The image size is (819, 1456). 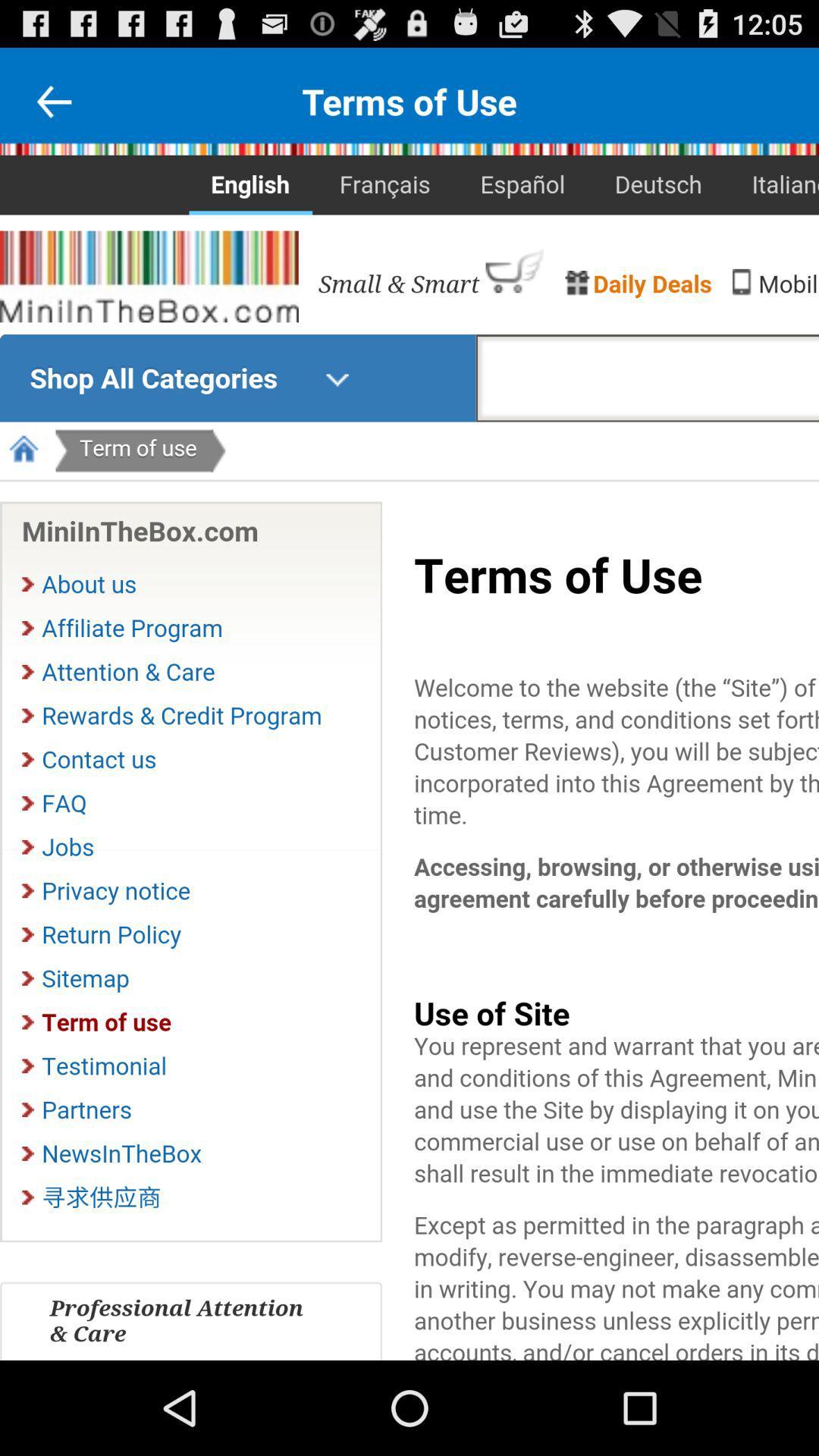 What do you see at coordinates (53, 100) in the screenshot?
I see `advertisement` at bounding box center [53, 100].